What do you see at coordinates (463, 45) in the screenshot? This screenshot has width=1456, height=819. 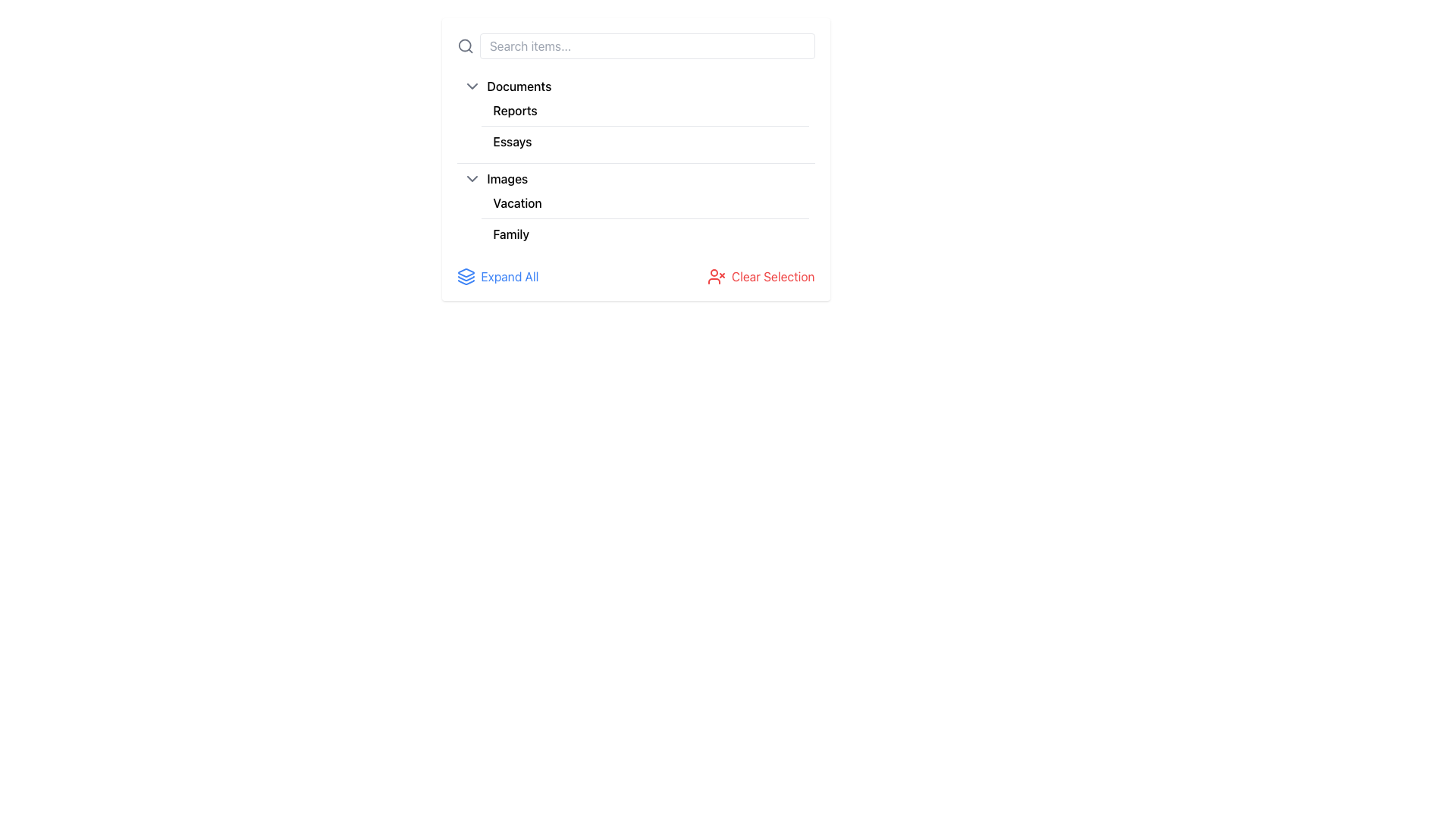 I see `the circular graphic element within the SVG component located in the top-left corner of the interface, adjacent to the 'Search items...' text input field` at bounding box center [463, 45].